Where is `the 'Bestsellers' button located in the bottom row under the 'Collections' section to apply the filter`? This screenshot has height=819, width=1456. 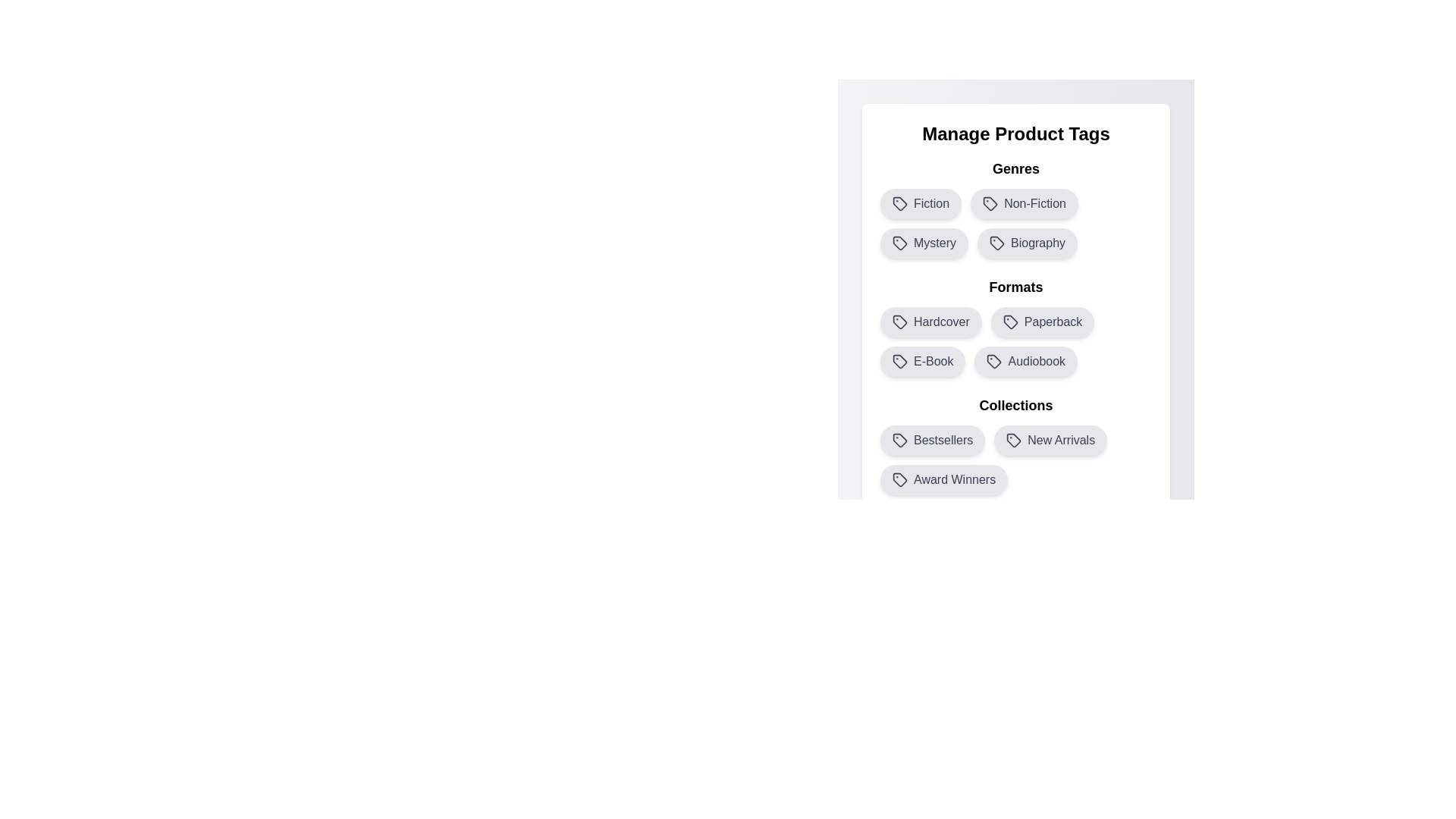 the 'Bestsellers' button located in the bottom row under the 'Collections' section to apply the filter is located at coordinates (932, 441).